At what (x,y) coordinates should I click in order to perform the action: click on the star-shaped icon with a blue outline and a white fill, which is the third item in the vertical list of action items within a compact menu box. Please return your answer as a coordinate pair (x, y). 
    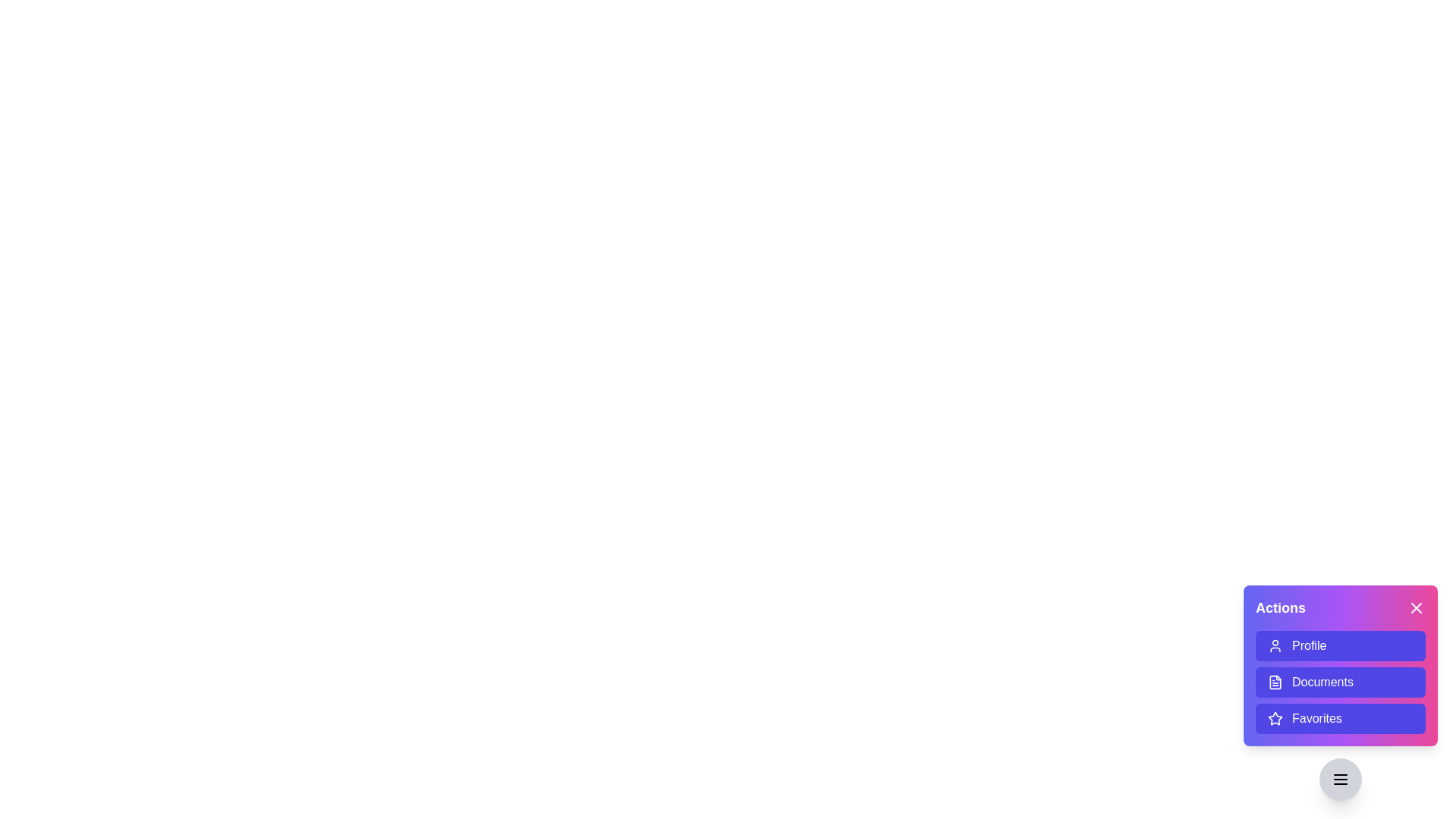
    Looking at the image, I should click on (1274, 717).